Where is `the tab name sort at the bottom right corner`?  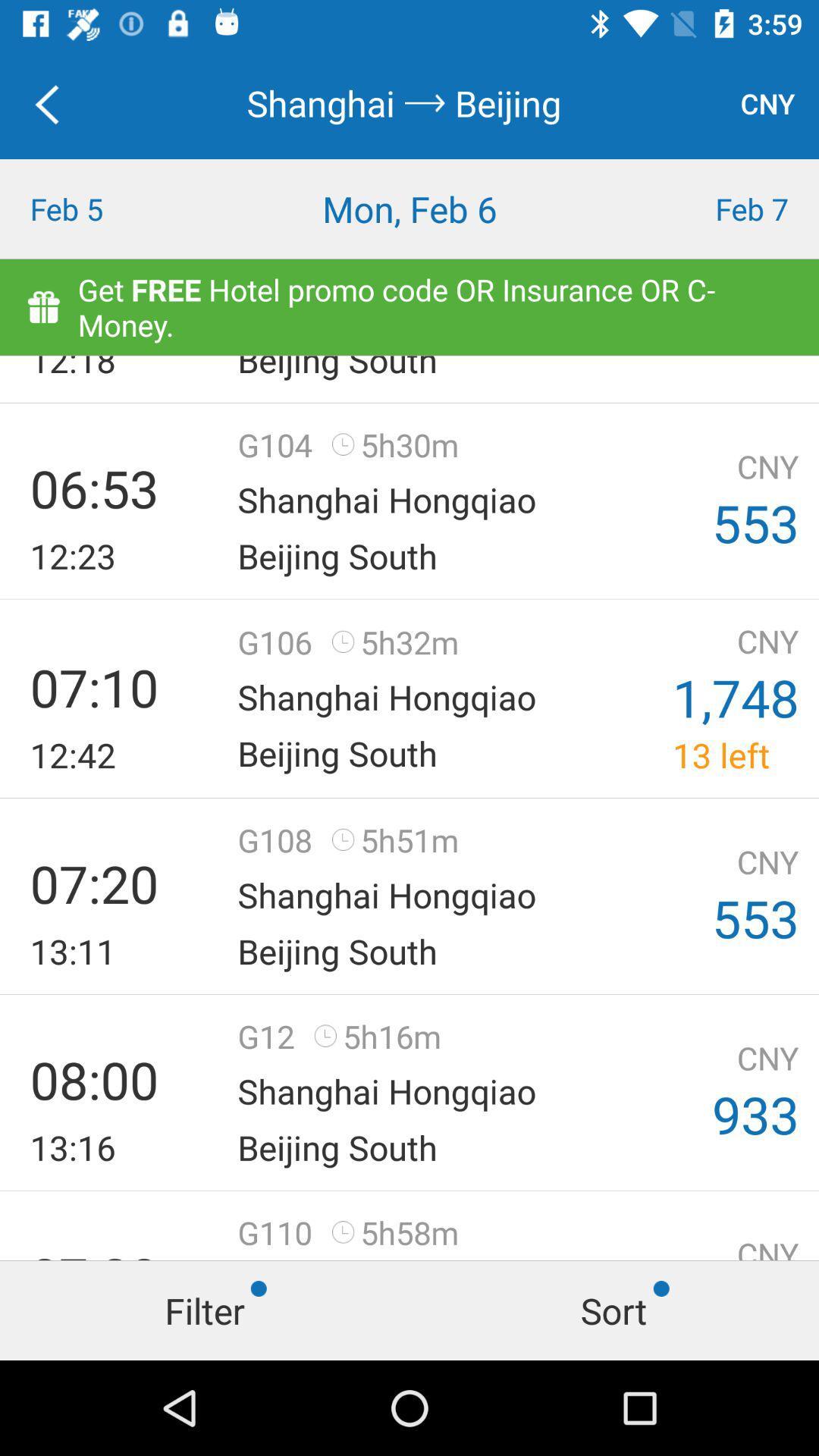 the tab name sort at the bottom right corner is located at coordinates (614, 1310).